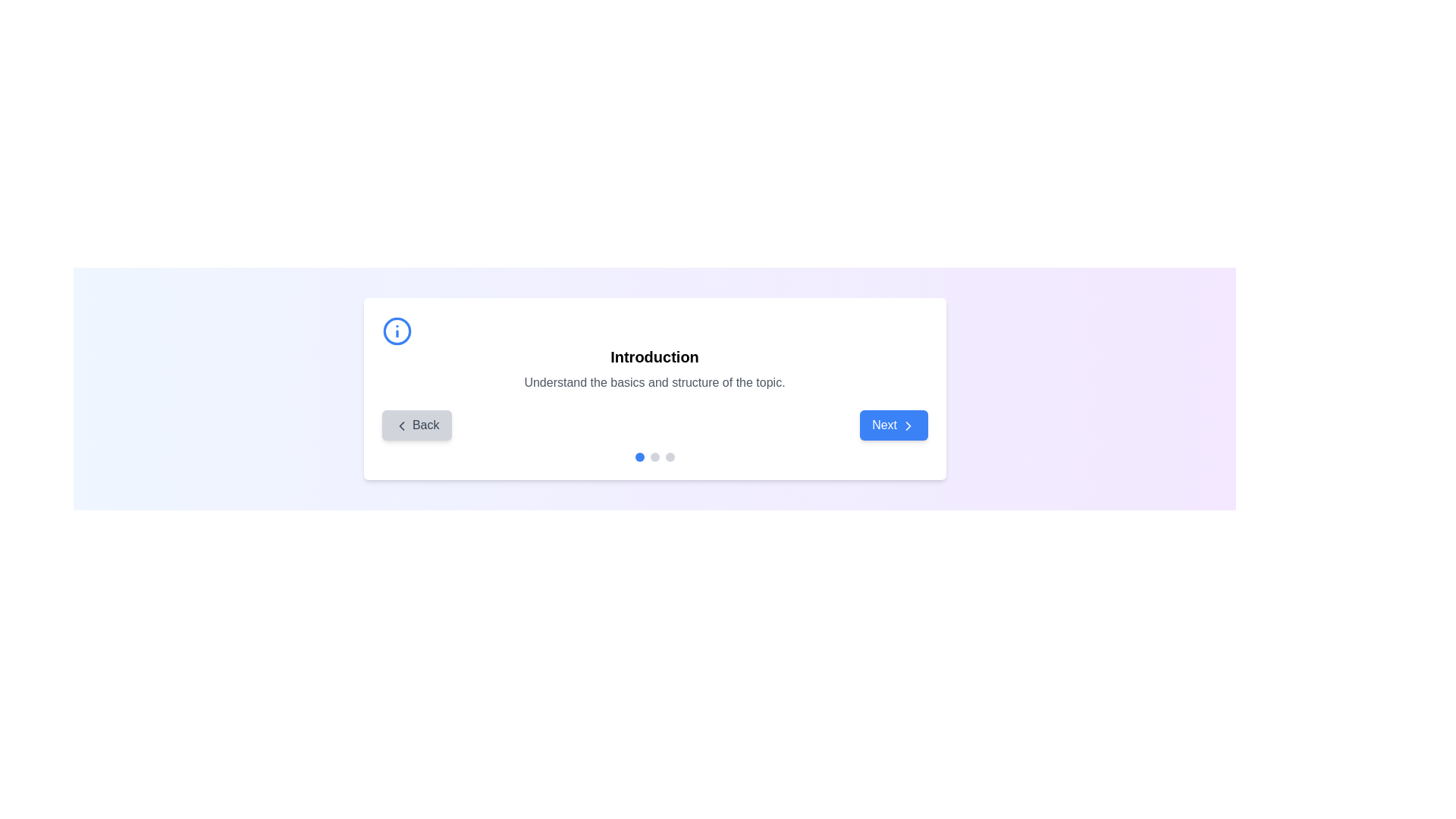  What do you see at coordinates (397, 330) in the screenshot?
I see `the central circular part of the information icon with a light blue outline, located to the left of the 'Introduction' section` at bounding box center [397, 330].